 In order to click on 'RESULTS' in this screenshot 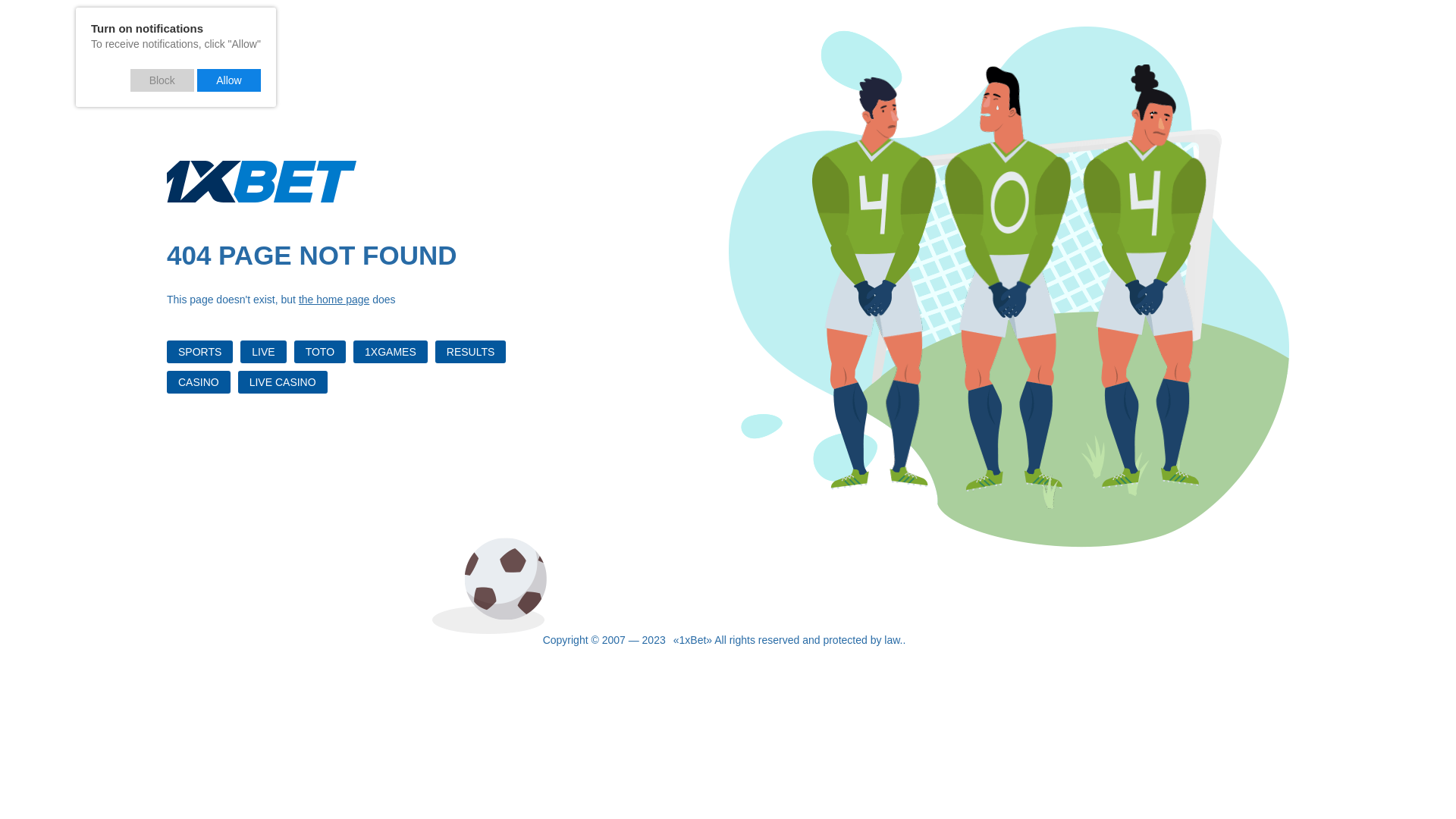, I will do `click(469, 351)`.